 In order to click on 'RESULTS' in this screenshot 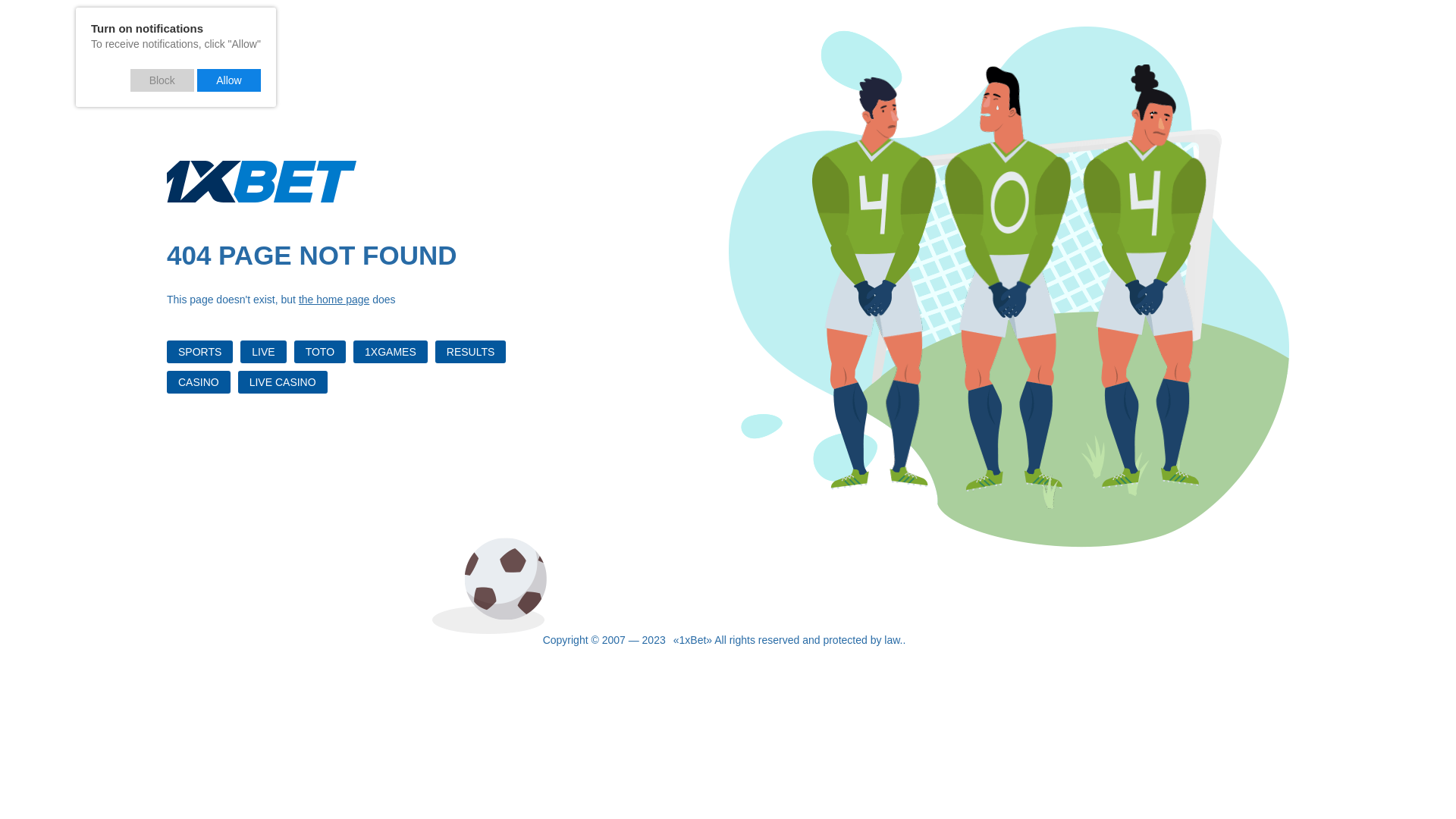, I will do `click(469, 351)`.